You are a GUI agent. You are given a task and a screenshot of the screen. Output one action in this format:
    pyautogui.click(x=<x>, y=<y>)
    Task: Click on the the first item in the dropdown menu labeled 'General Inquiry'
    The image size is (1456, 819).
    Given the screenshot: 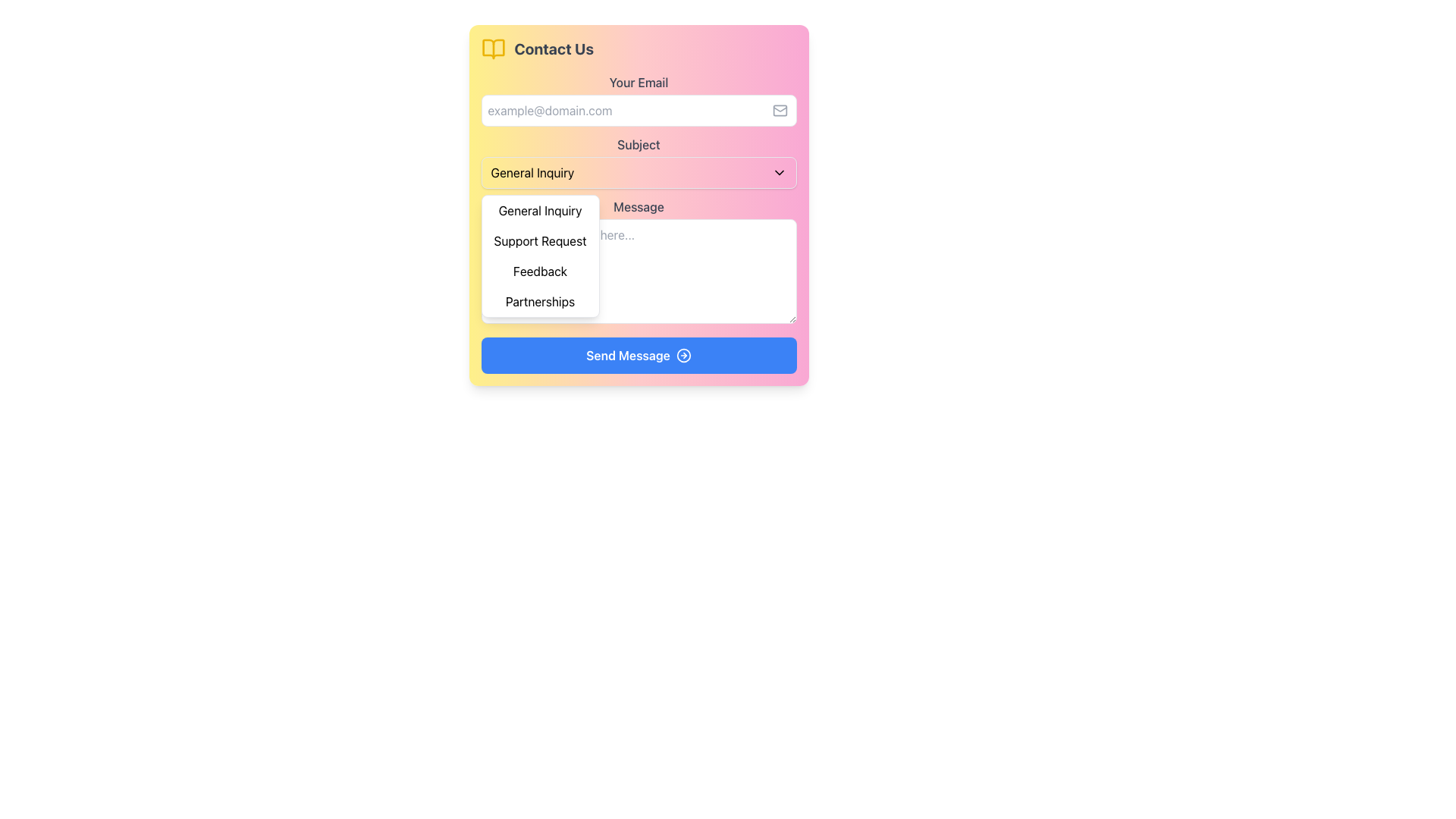 What is the action you would take?
    pyautogui.click(x=540, y=210)
    